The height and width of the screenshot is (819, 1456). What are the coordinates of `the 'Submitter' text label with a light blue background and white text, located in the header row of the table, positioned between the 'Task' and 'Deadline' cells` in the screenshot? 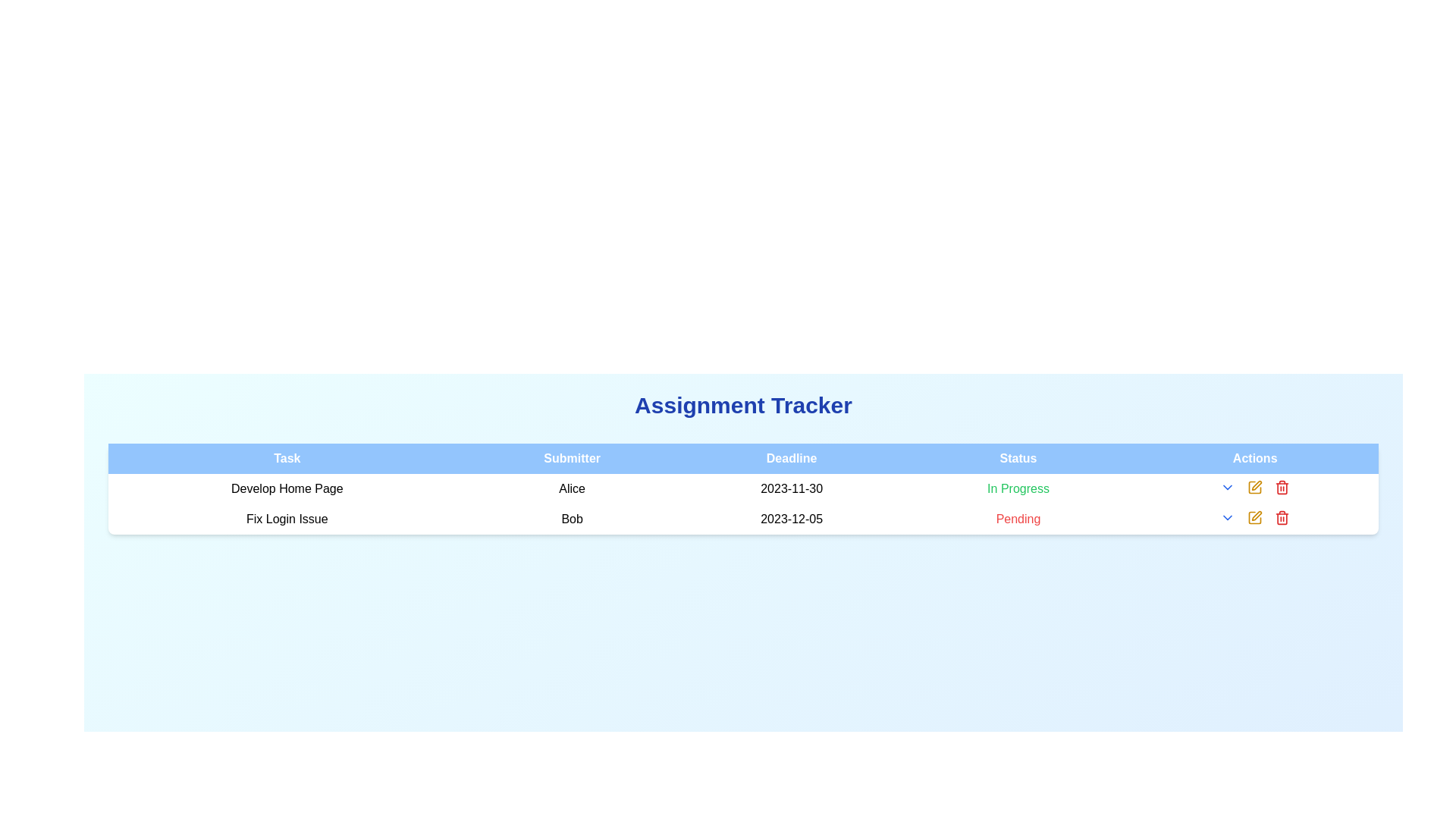 It's located at (571, 458).